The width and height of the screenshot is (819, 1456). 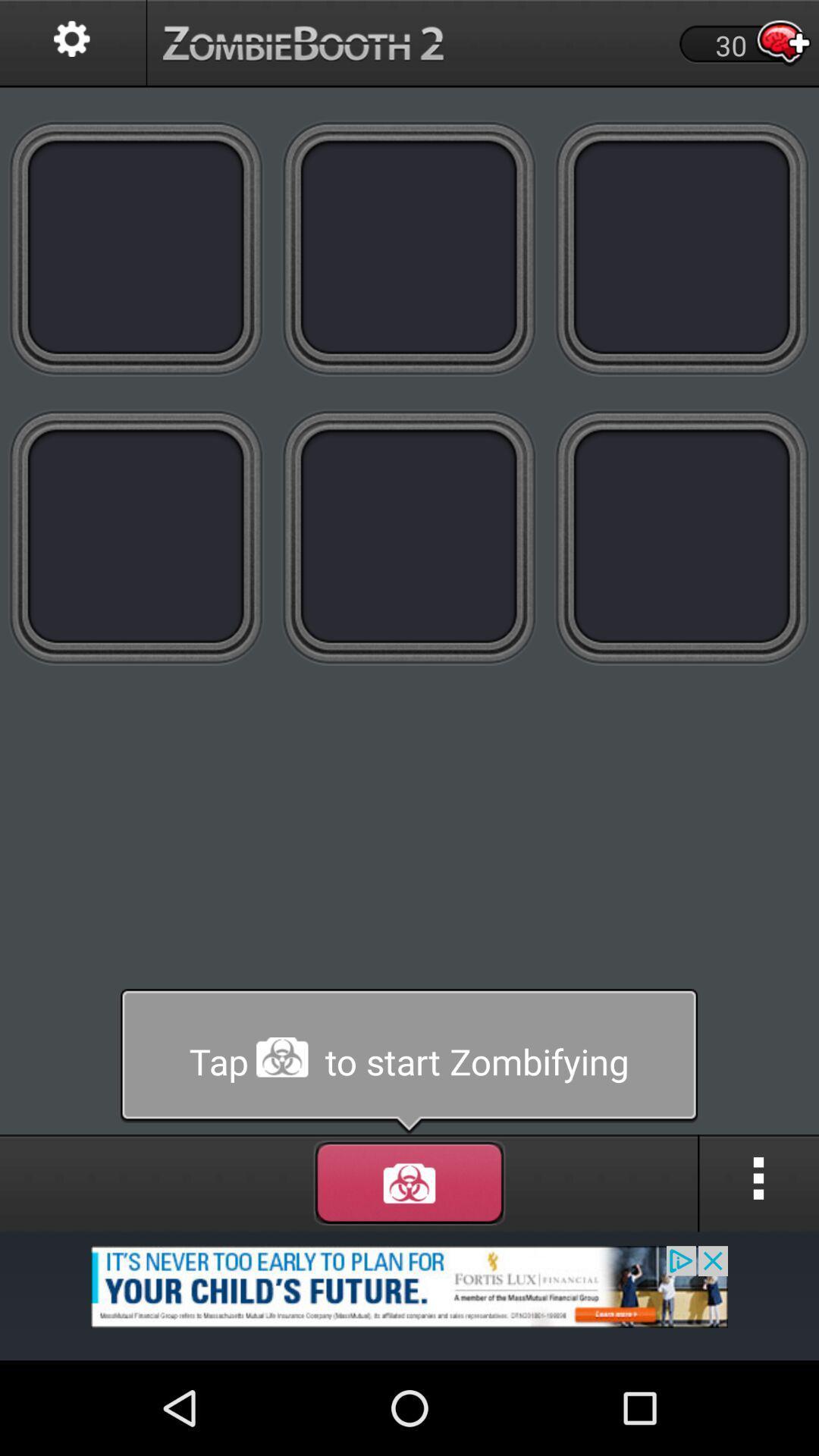 I want to click on plank page, so click(x=681, y=537).